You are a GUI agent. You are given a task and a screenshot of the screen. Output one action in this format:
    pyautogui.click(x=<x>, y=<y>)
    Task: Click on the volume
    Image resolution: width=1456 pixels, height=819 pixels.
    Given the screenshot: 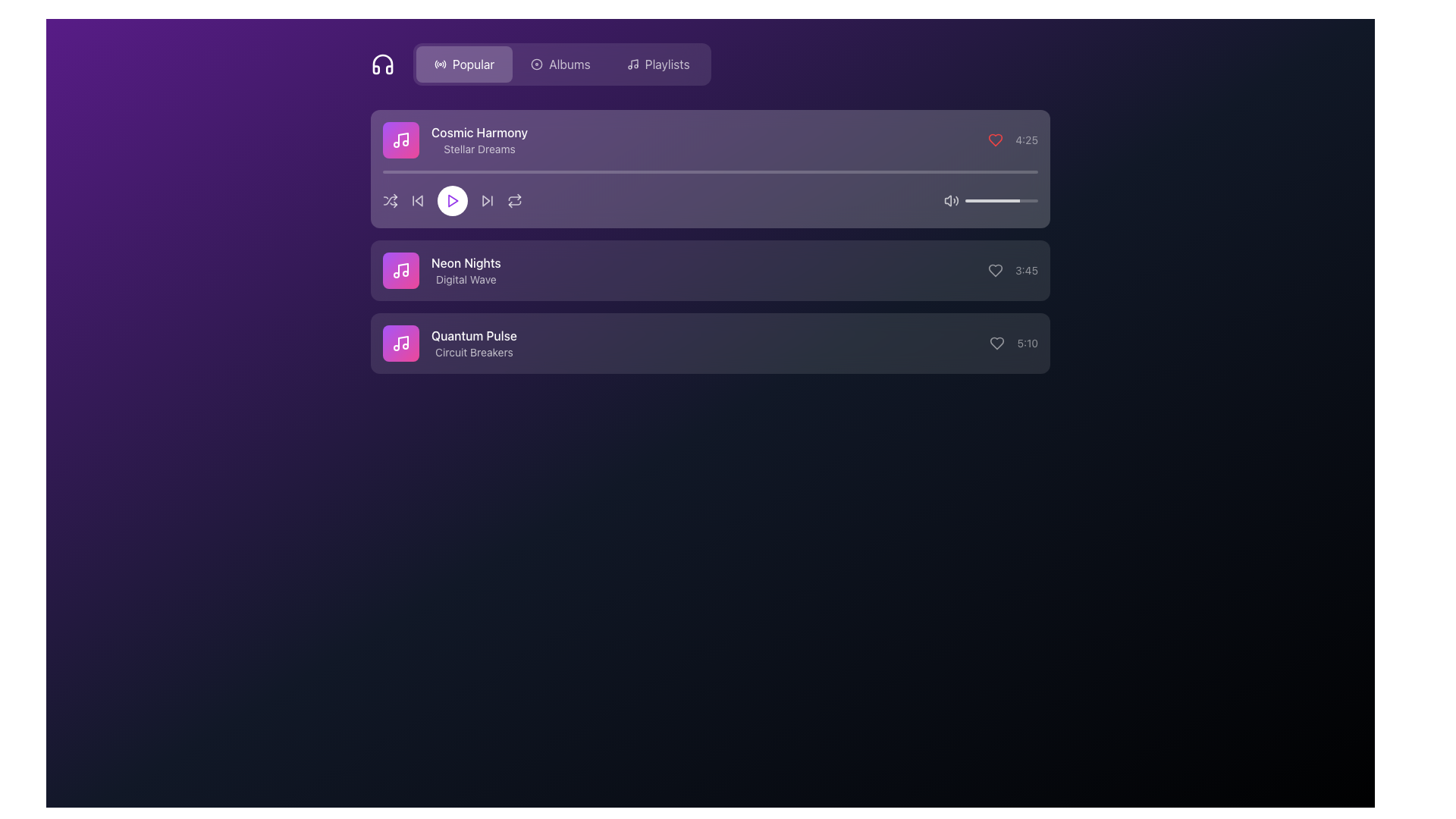 What is the action you would take?
    pyautogui.click(x=987, y=200)
    